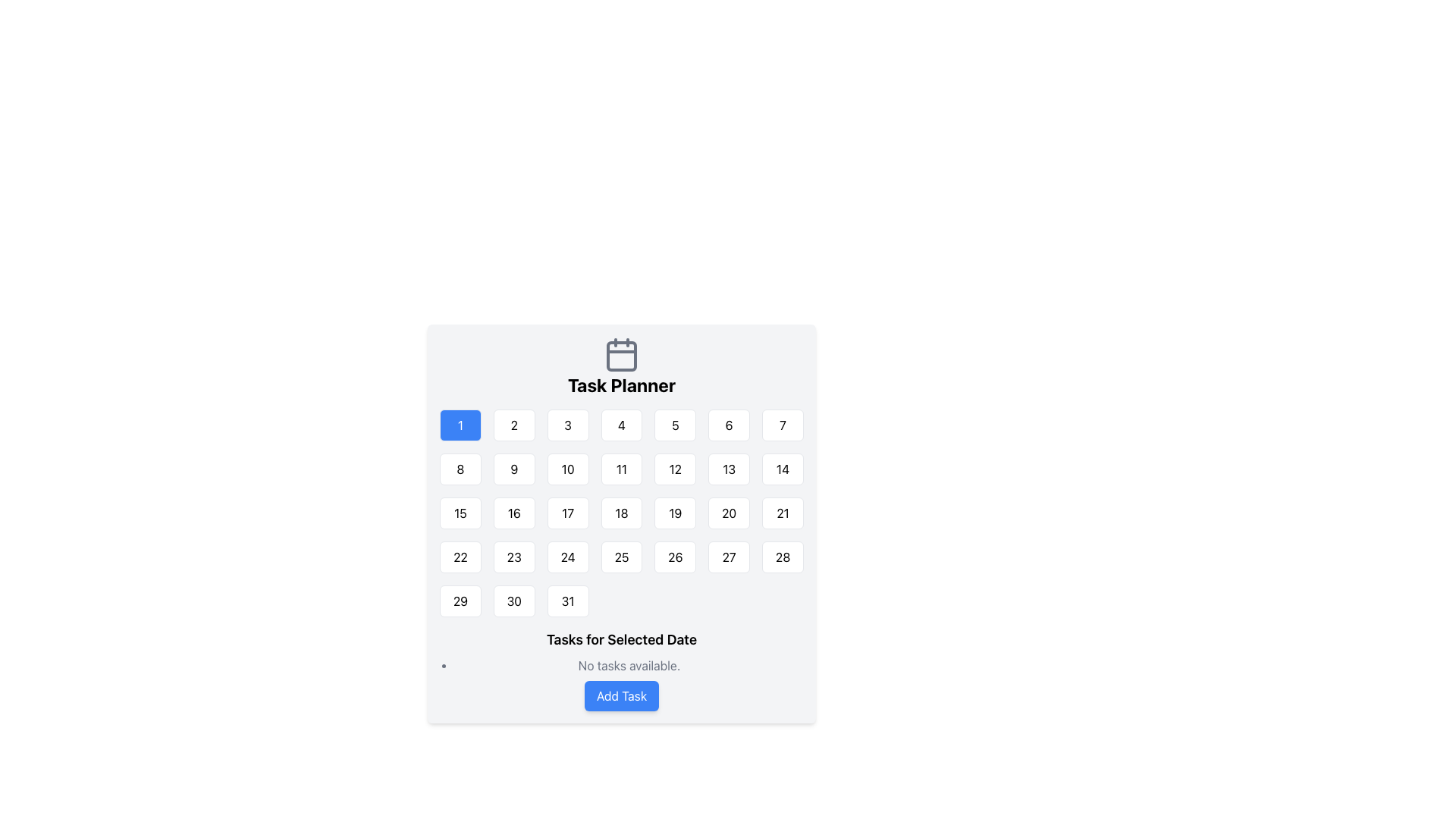 The image size is (1456, 819). I want to click on the header text that indicates tasks for a selected date, located near the bottom of the interface beneath the calendar grid, so click(622, 640).